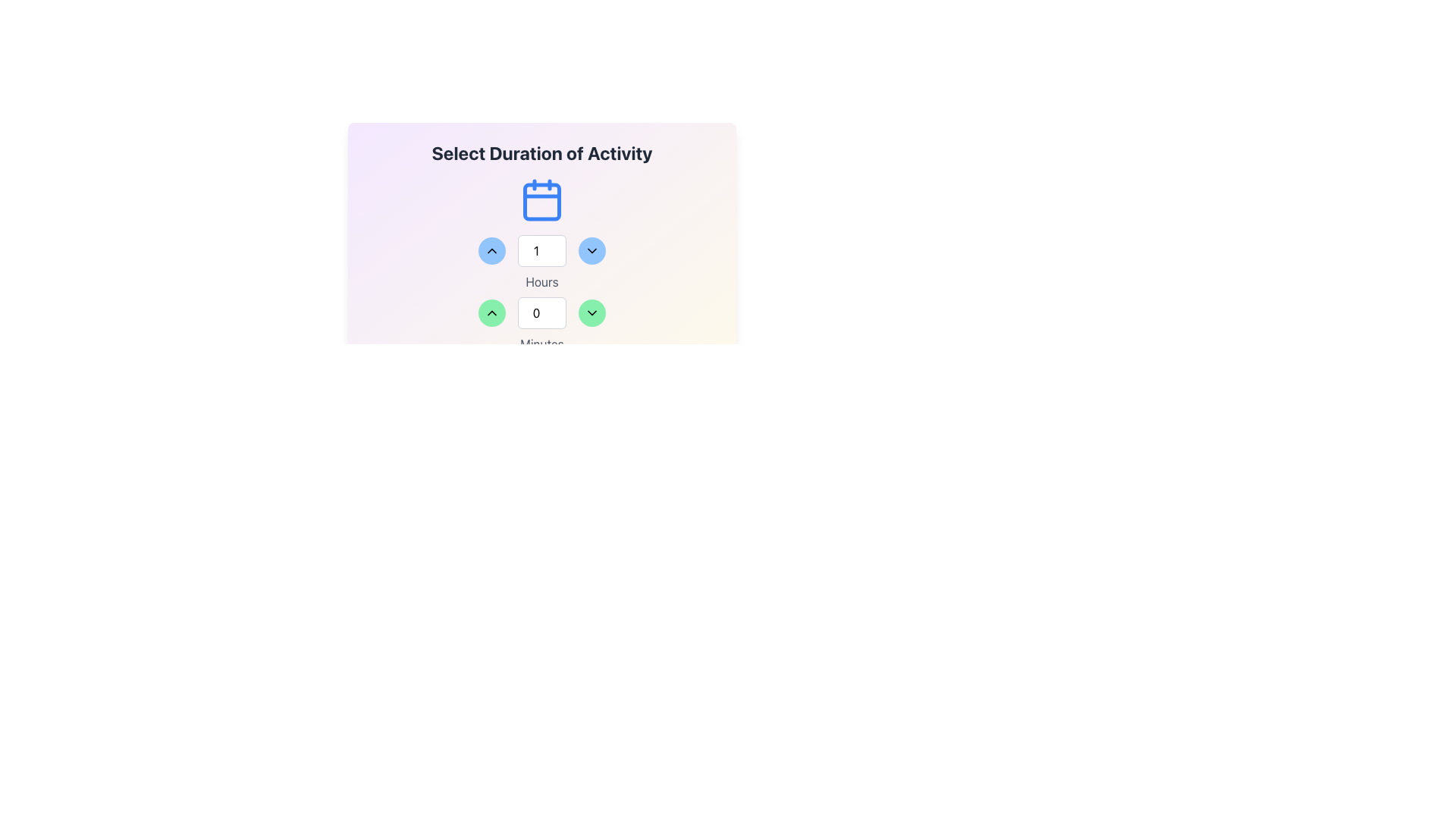  What do you see at coordinates (491, 250) in the screenshot?
I see `the small, dark-colored chevron icon within a light green circular button located beneath the 'Minutes' text field in the time selection module` at bounding box center [491, 250].